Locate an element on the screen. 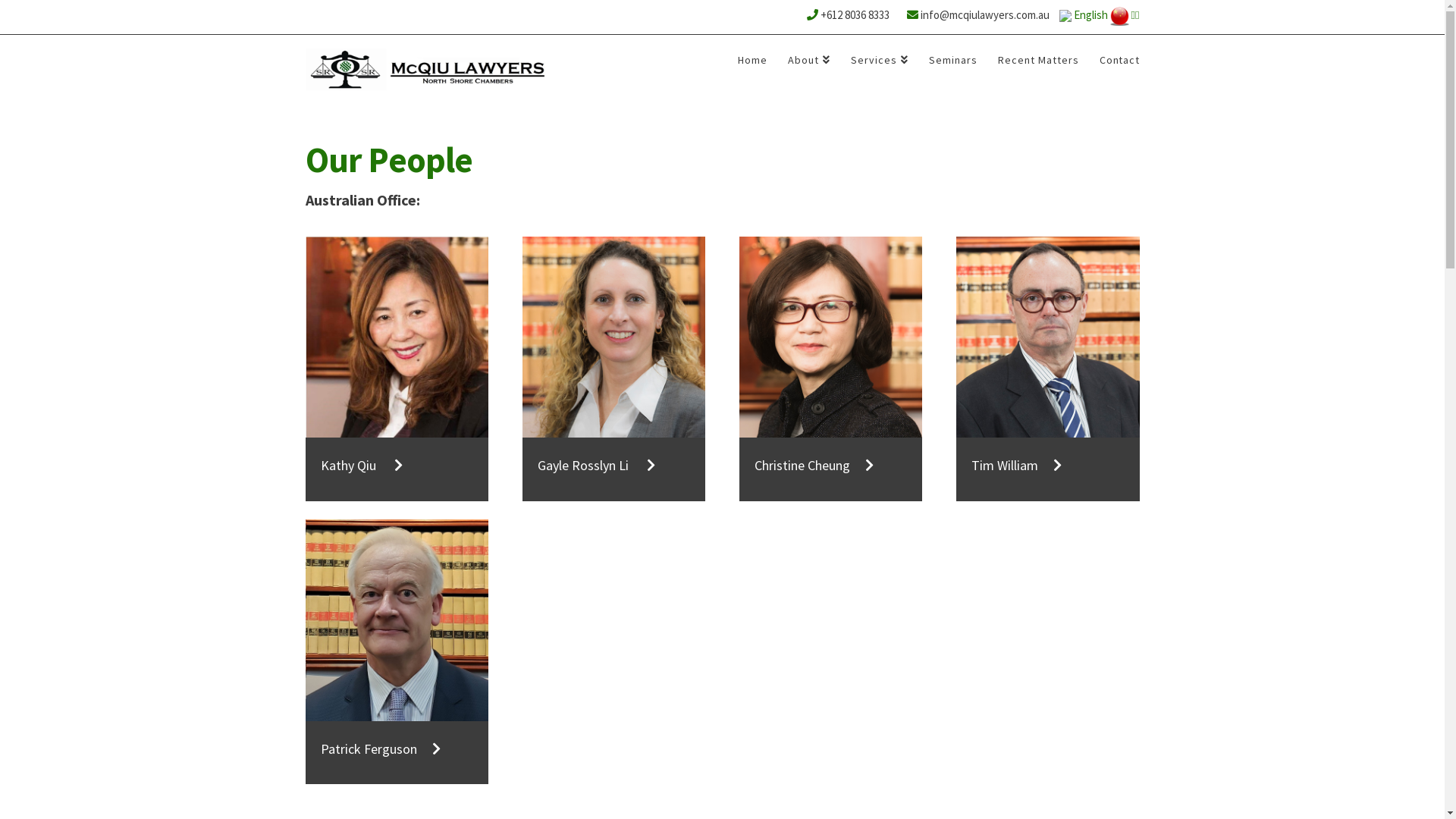 The image size is (1456, 819). 'Contact' is located at coordinates (1114, 64).